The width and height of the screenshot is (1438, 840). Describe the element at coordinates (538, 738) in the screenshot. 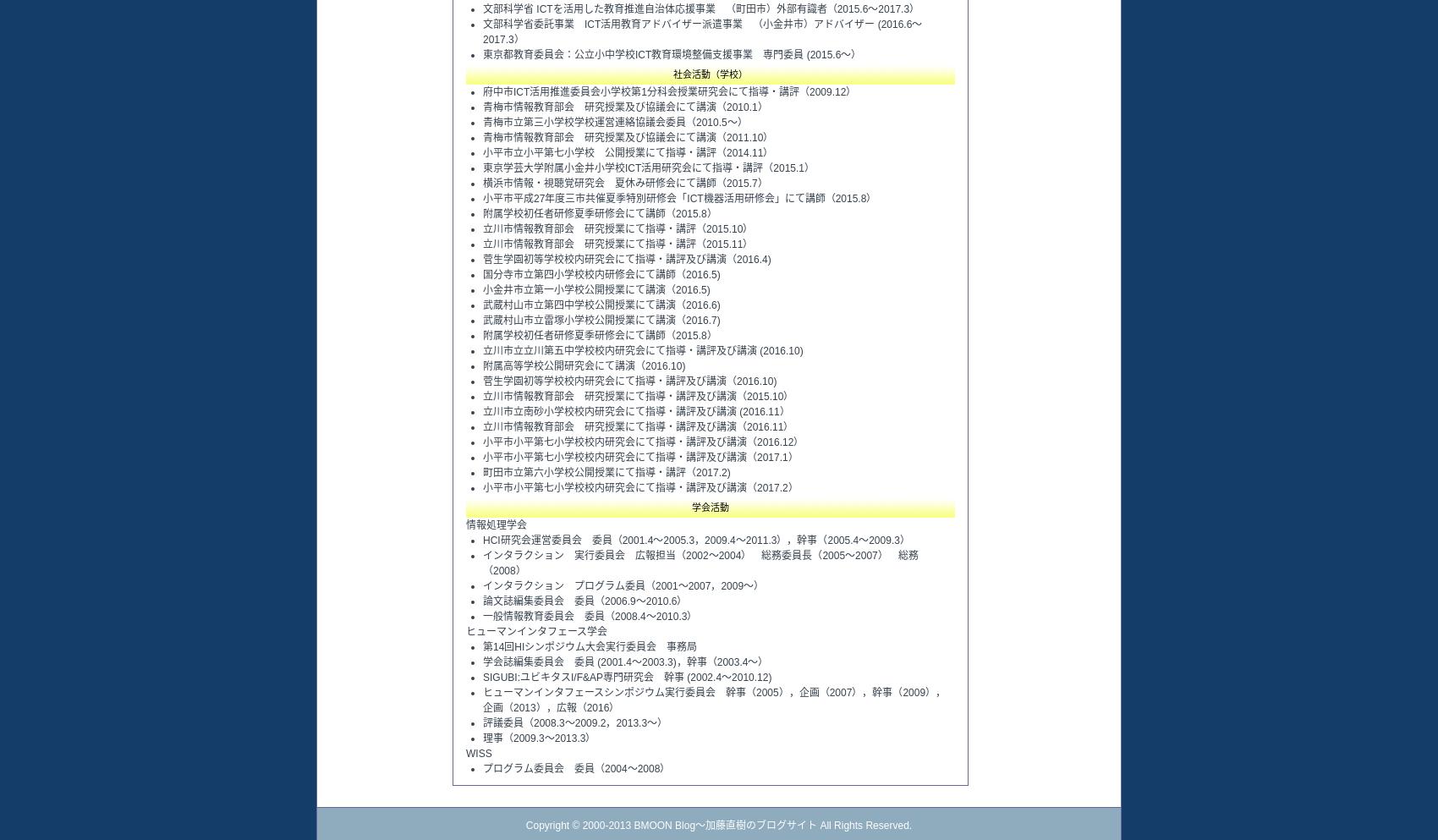

I see `'理事（2009.3～2013.3）'` at that location.